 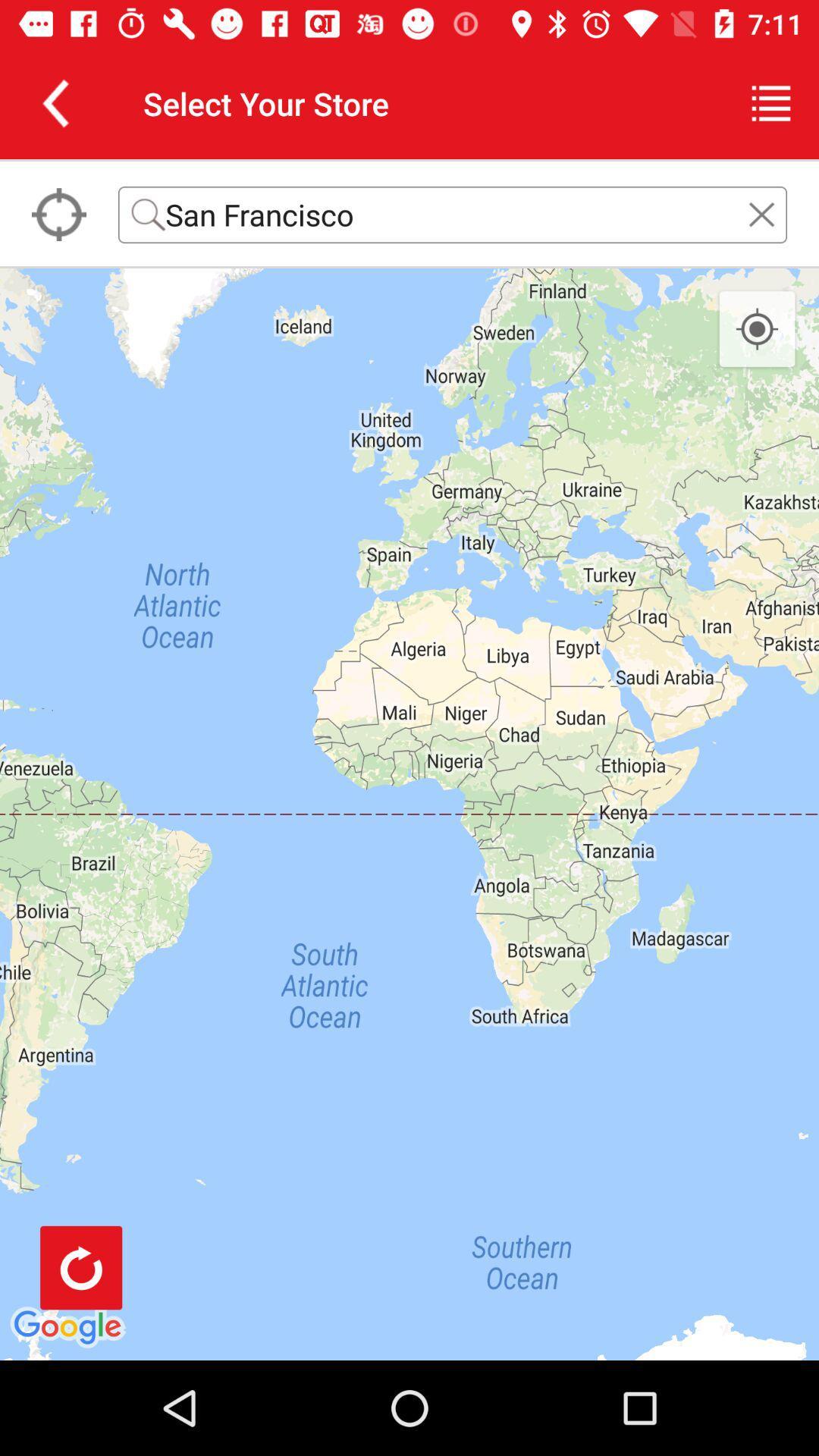 What do you see at coordinates (58, 214) in the screenshot?
I see `item to the left of san francisco item` at bounding box center [58, 214].